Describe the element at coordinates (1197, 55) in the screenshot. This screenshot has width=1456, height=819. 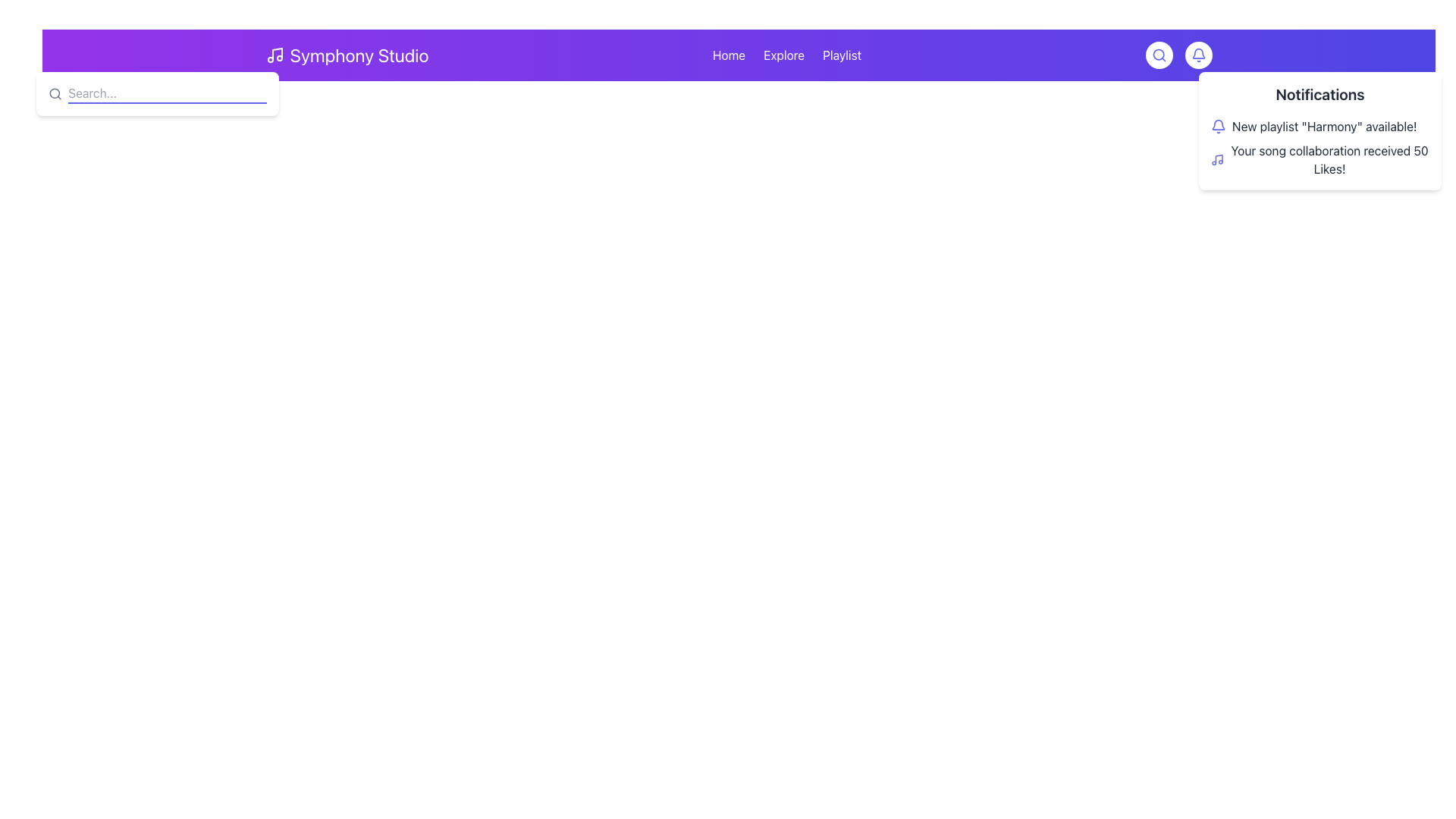
I see `the notification indicator icon located in the top-right corner of the interface` at that location.